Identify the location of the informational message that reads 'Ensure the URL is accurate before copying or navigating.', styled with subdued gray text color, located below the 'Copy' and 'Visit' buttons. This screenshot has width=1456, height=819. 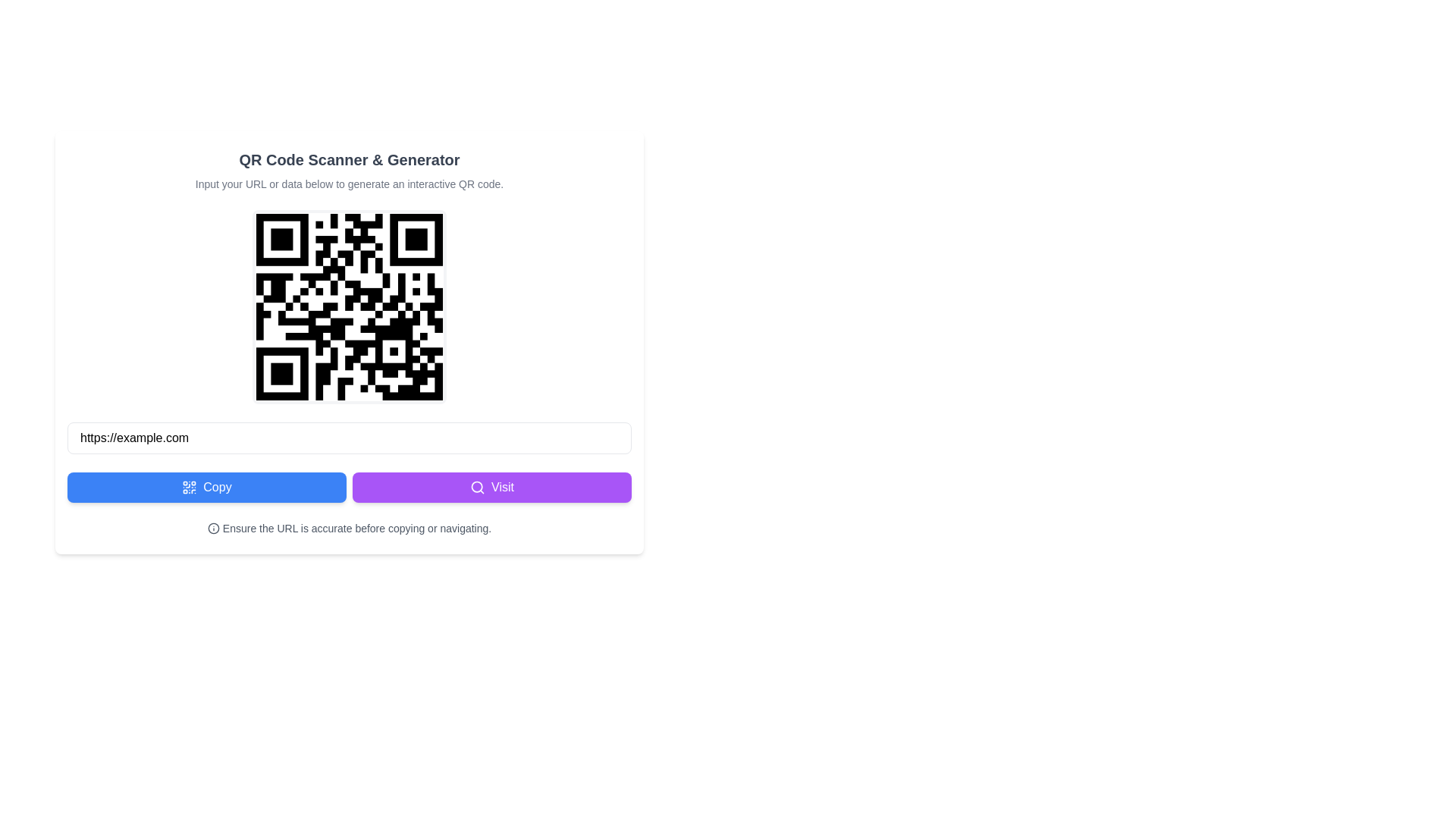
(348, 528).